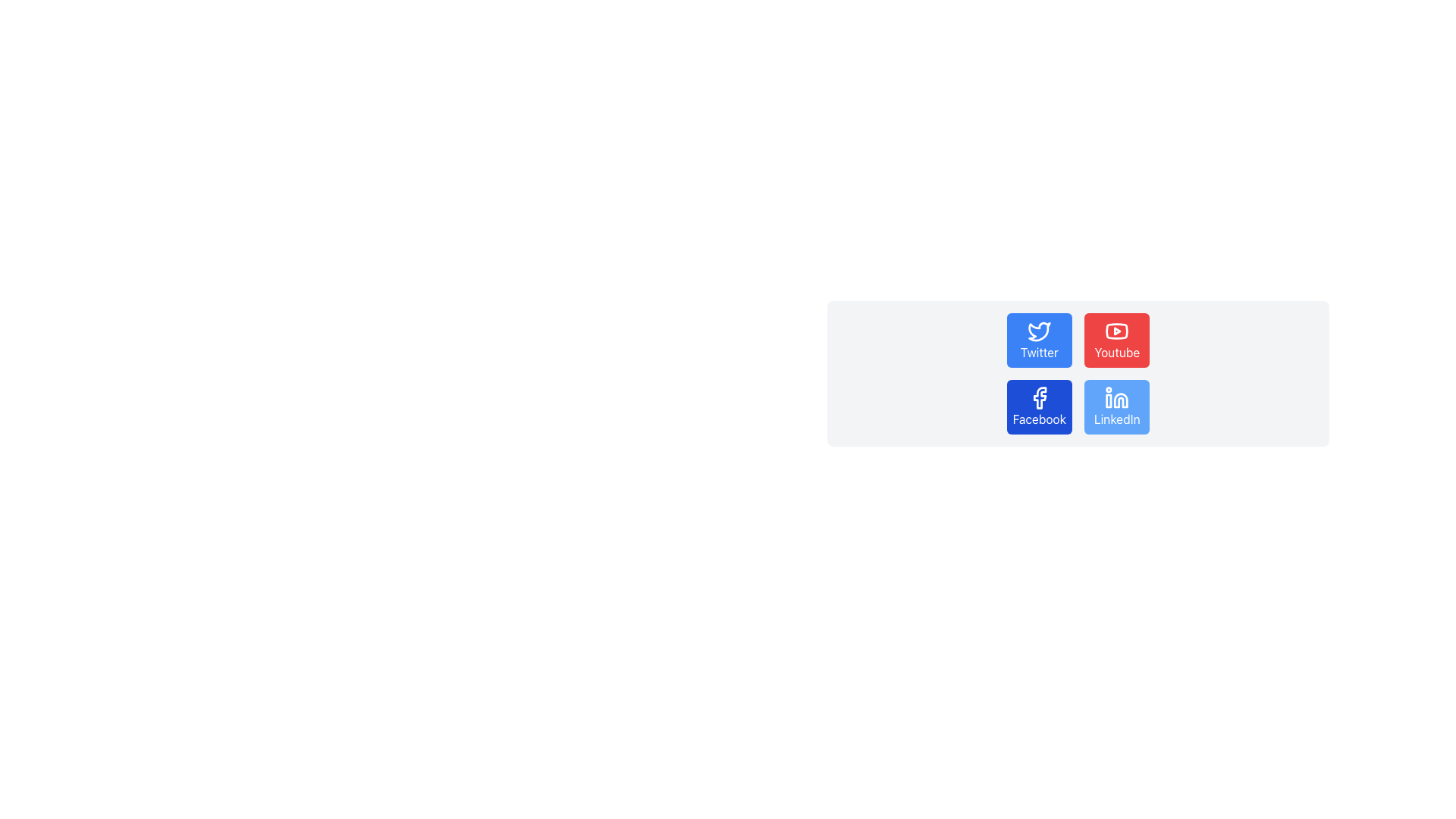  Describe the element at coordinates (1038, 406) in the screenshot. I see `the square button with a blue background and white text labeled 'Facebook' located in the bottom-left corner of the grid` at that location.